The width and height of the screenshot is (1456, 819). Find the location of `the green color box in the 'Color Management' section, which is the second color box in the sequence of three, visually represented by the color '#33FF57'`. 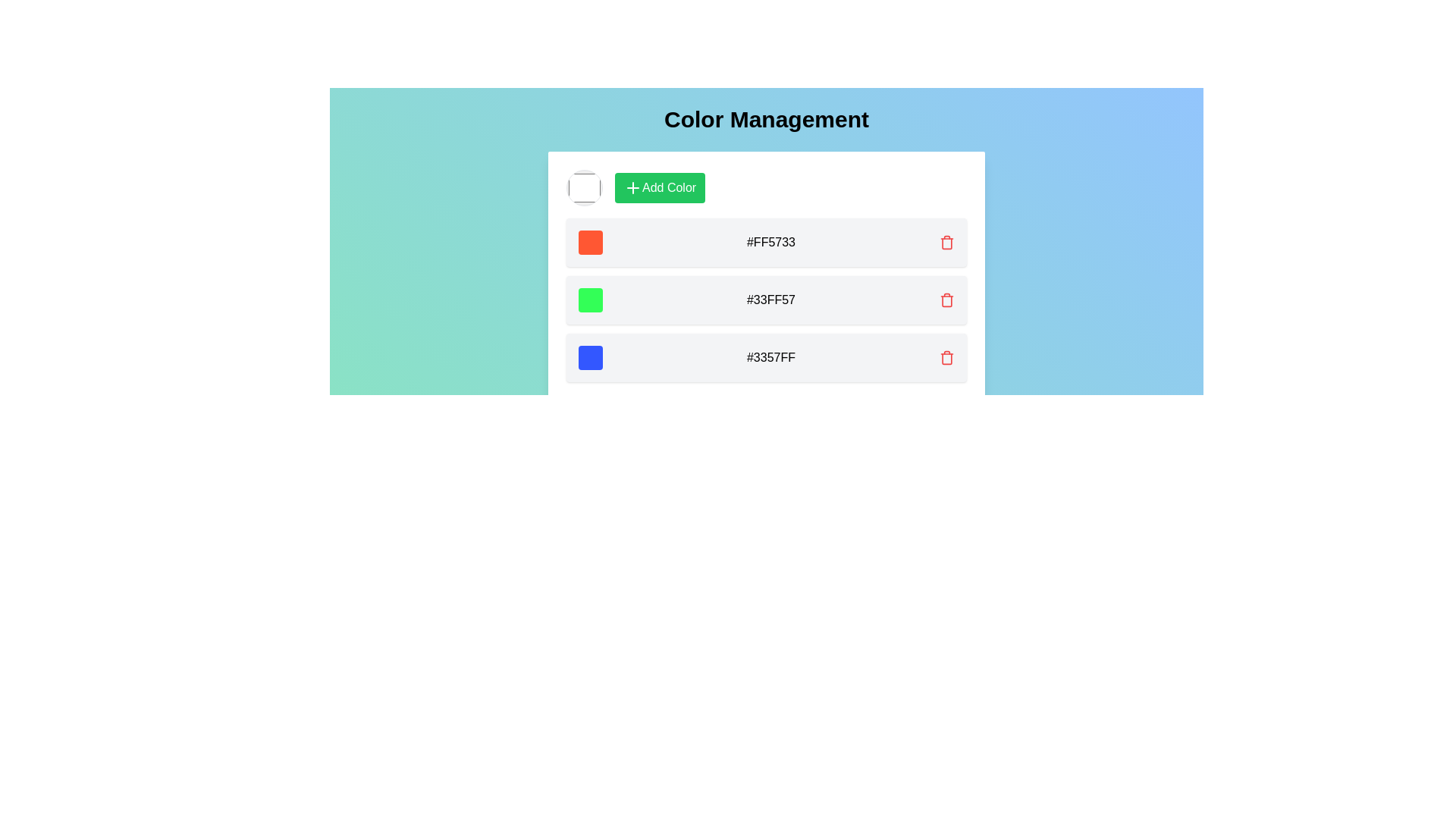

the green color box in the 'Color Management' section, which is the second color box in the sequence of three, visually represented by the color '#33FF57' is located at coordinates (589, 300).